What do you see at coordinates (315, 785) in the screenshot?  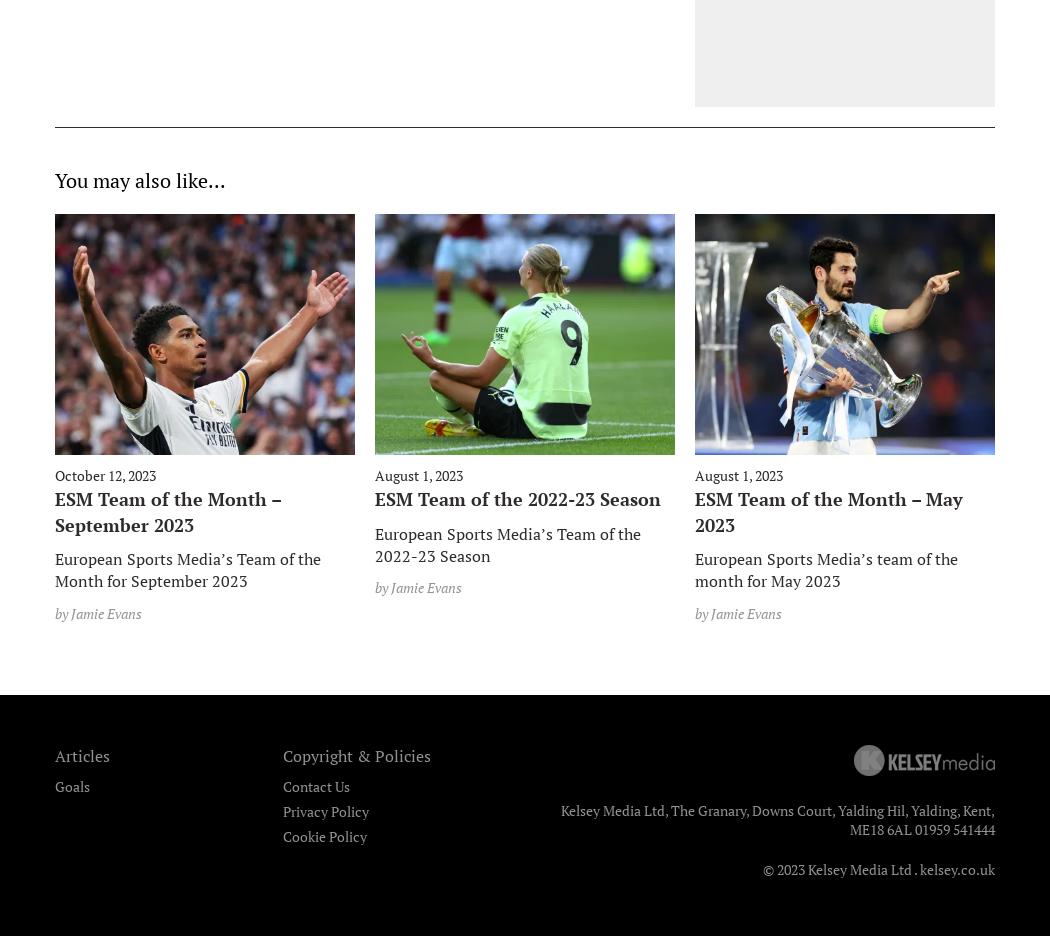 I see `'Contact Us'` at bounding box center [315, 785].